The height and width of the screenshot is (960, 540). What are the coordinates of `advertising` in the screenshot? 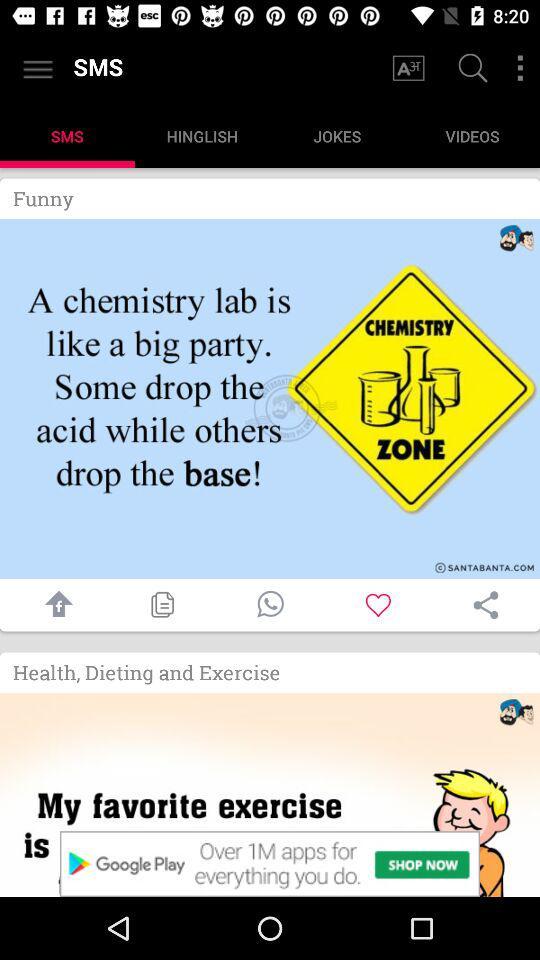 It's located at (270, 794).